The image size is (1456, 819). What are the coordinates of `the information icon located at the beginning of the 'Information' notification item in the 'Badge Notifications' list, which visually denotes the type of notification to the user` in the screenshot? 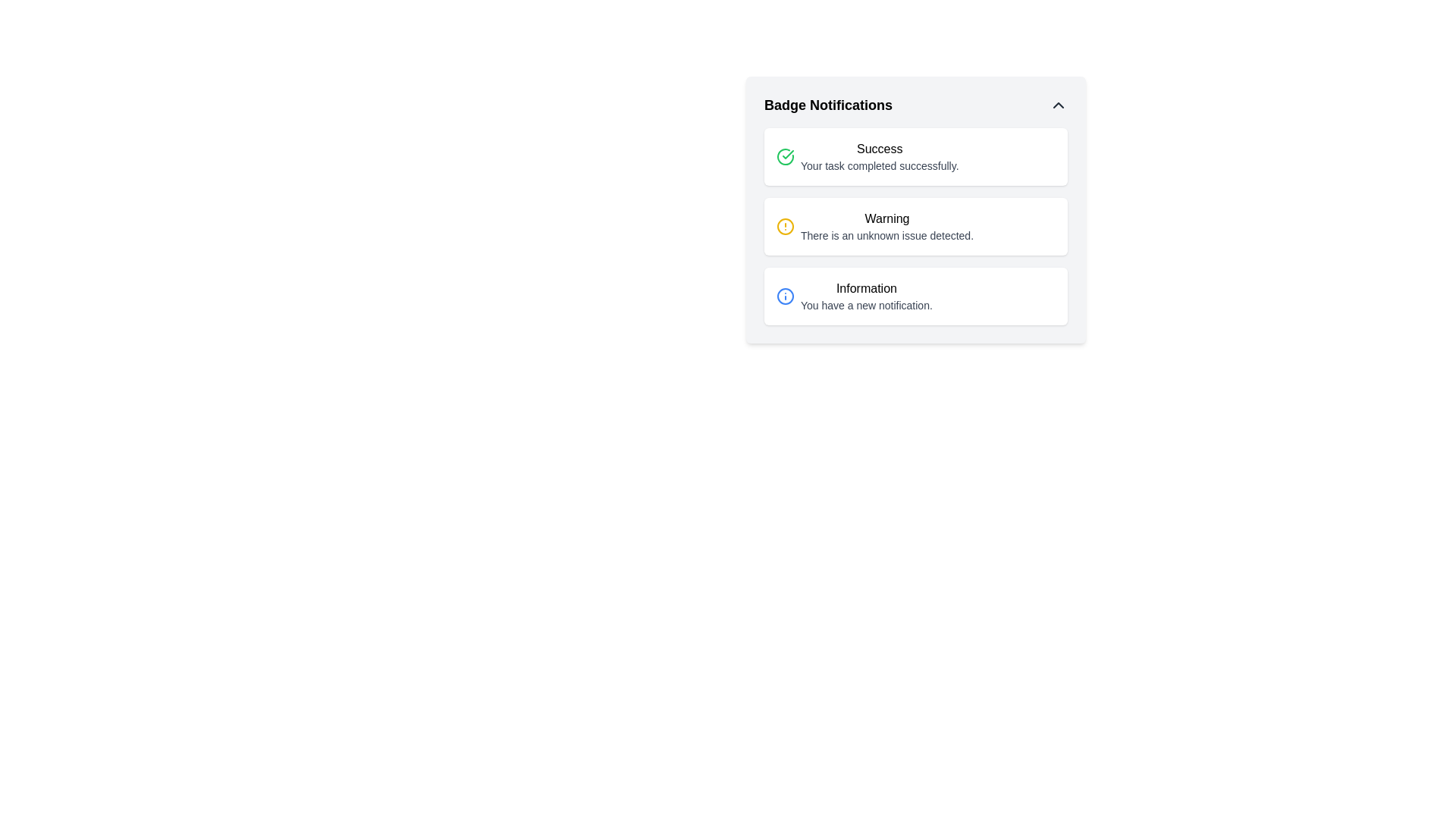 It's located at (786, 296).